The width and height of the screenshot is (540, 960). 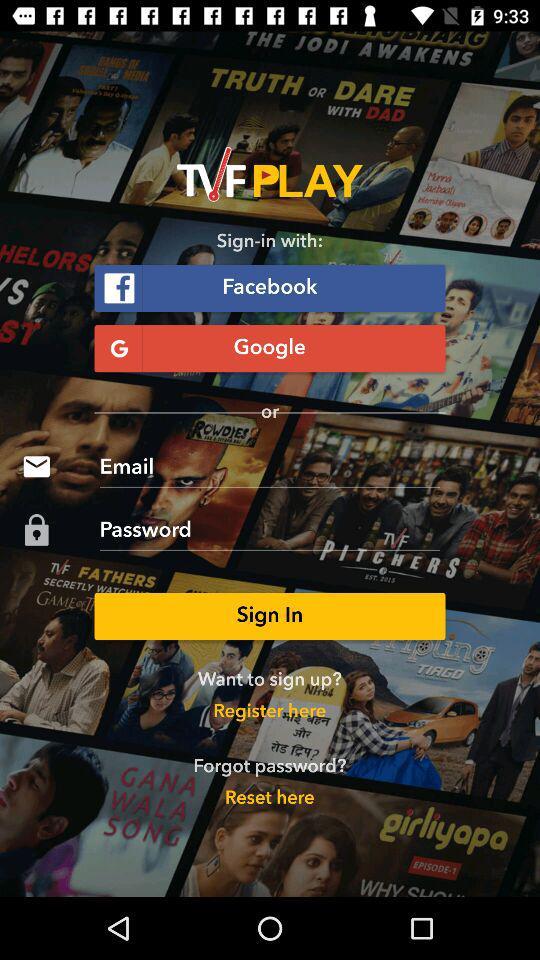 What do you see at coordinates (36, 529) in the screenshot?
I see `the password icon` at bounding box center [36, 529].